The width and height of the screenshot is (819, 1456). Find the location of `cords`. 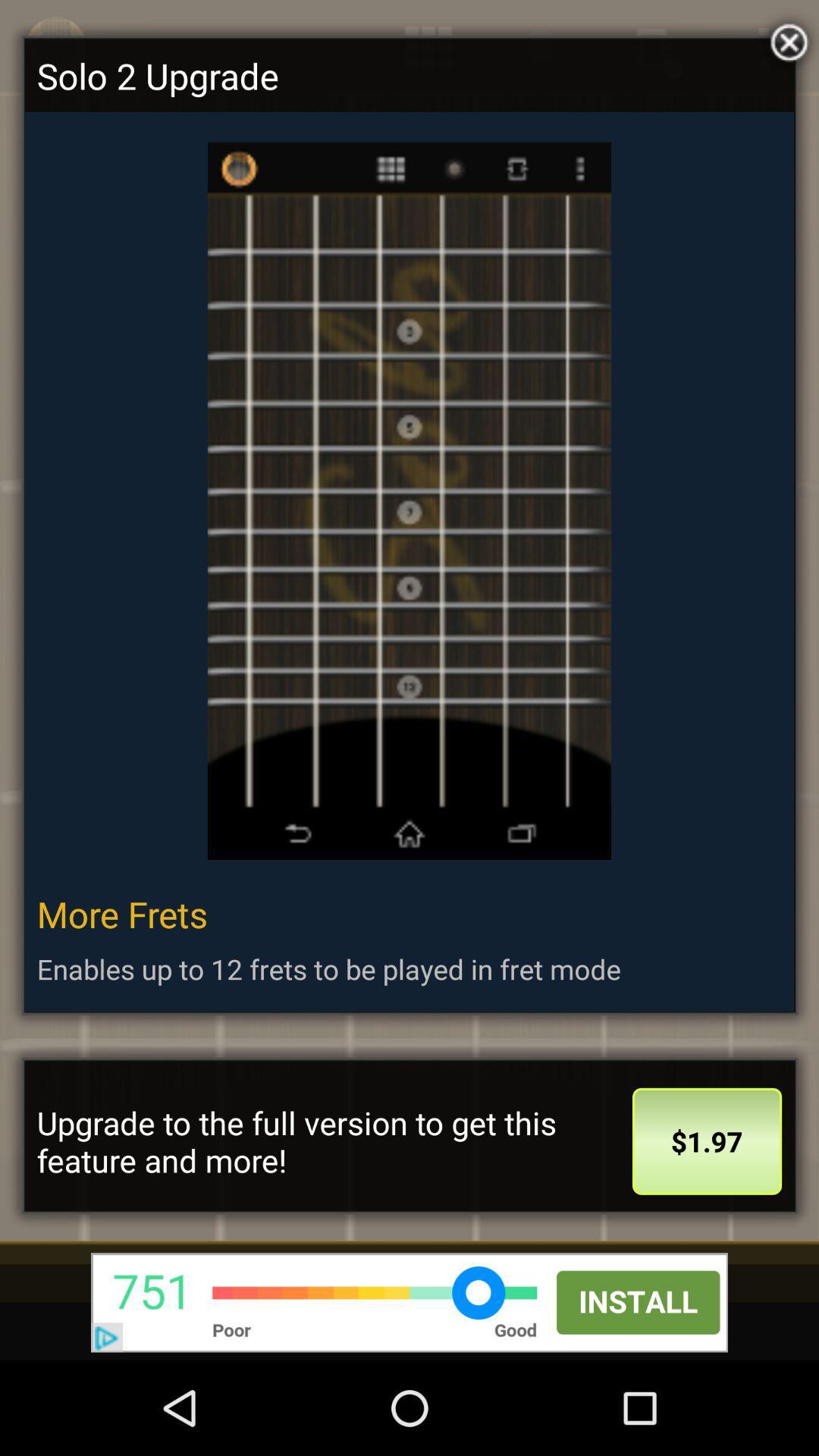

cords is located at coordinates (785, 39).